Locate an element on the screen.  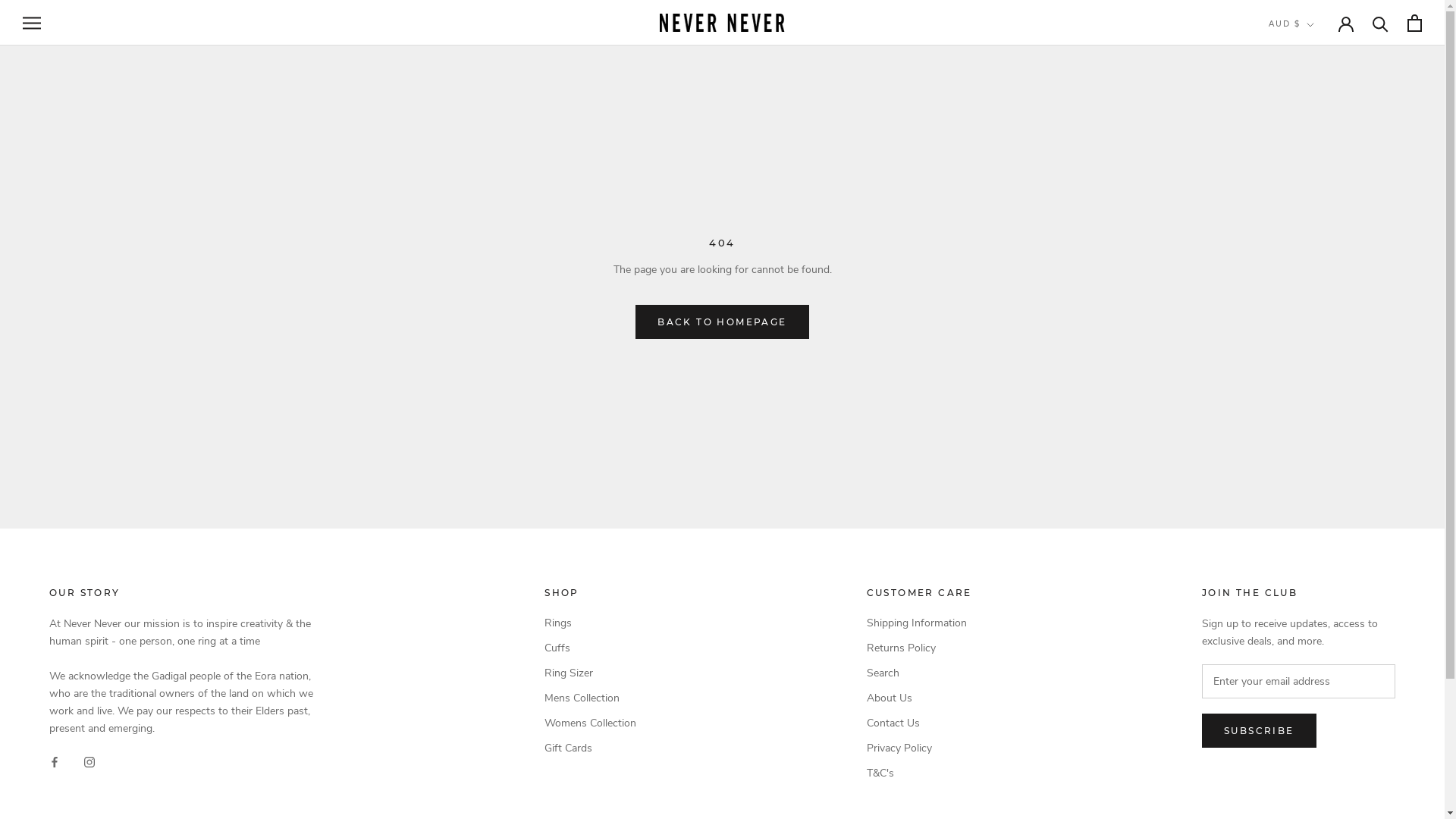
'Womens Collection' is located at coordinates (589, 722).